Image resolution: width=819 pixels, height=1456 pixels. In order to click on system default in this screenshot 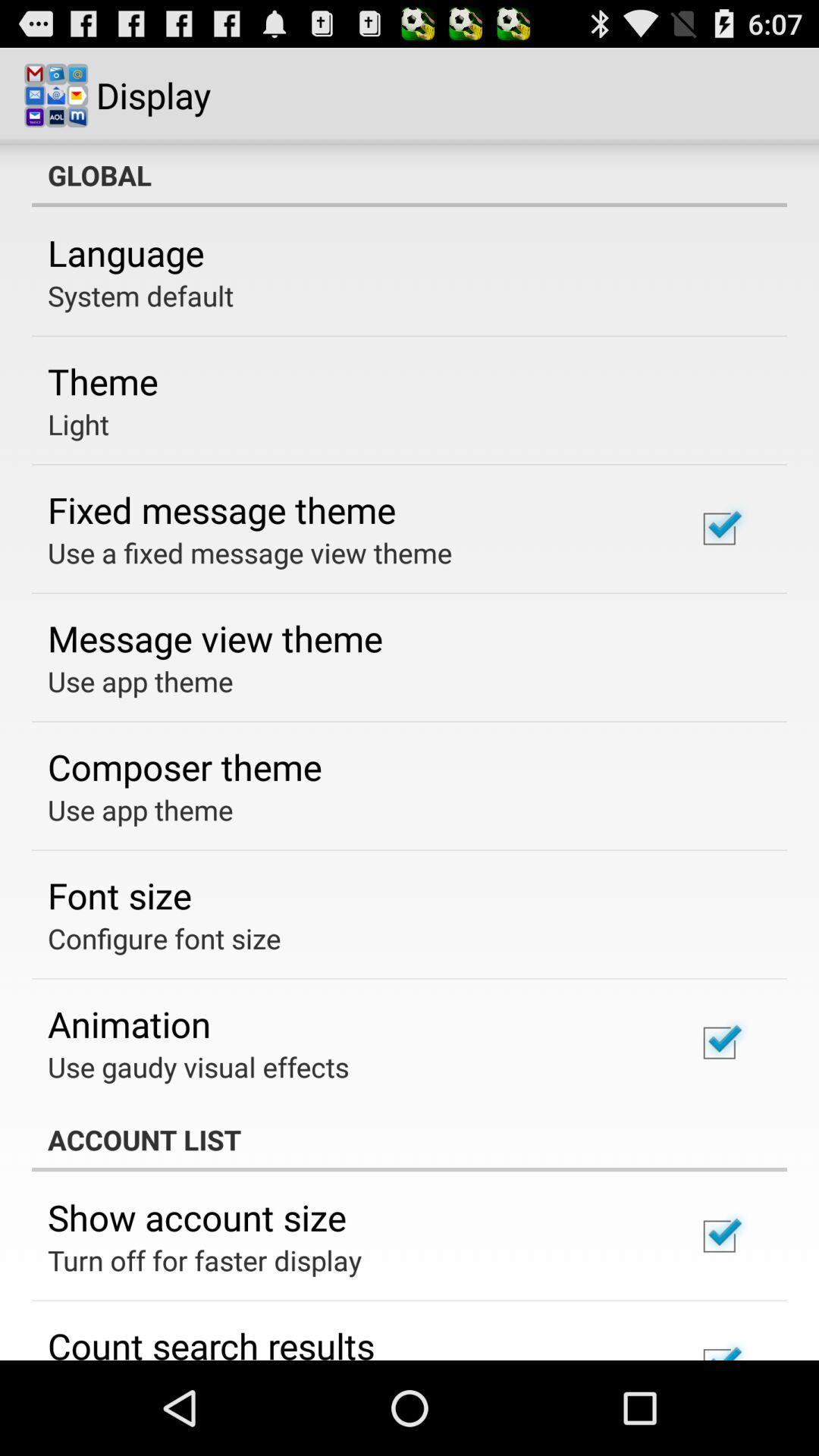, I will do `click(140, 295)`.